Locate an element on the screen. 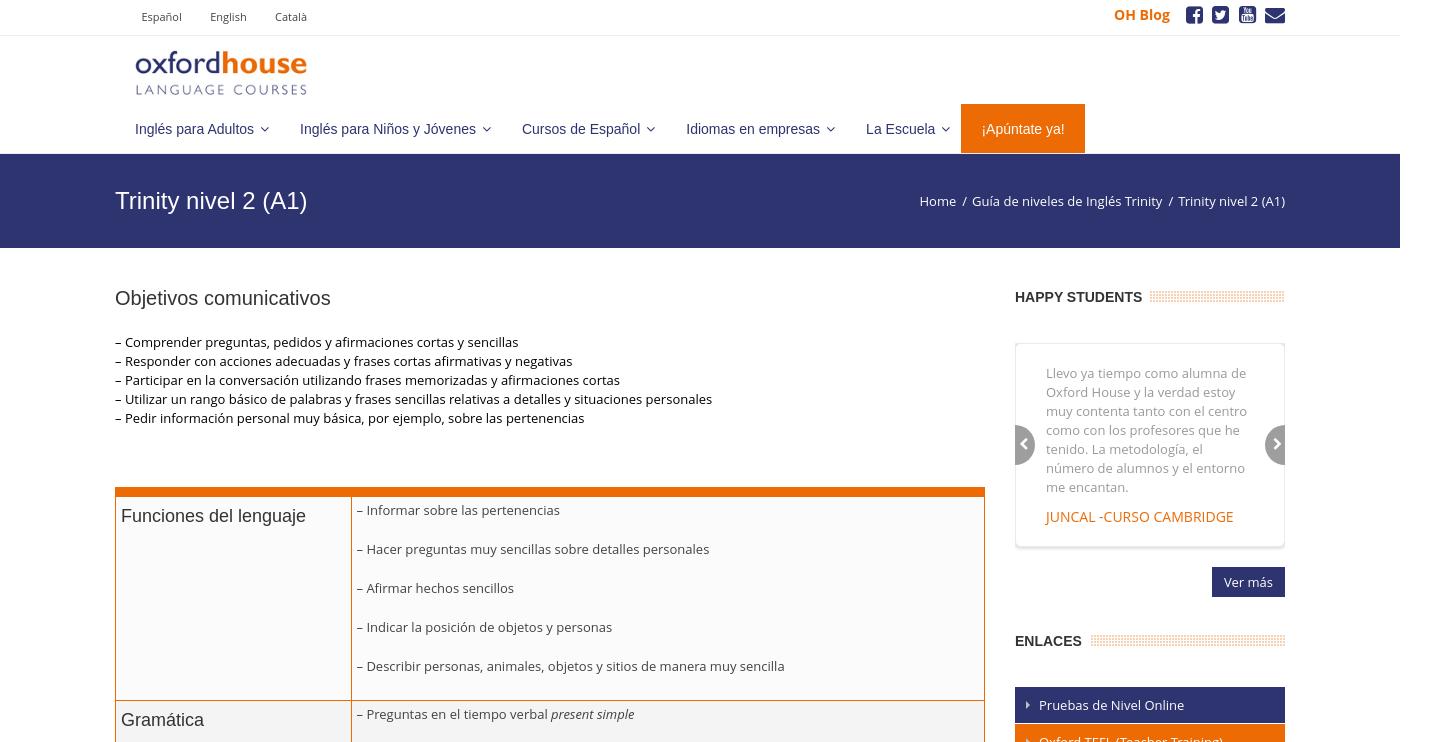 This screenshot has height=742, width=1430. '– Responder con acciones adecuadas y frases cortas afirmativas y negativas' is located at coordinates (113, 360).